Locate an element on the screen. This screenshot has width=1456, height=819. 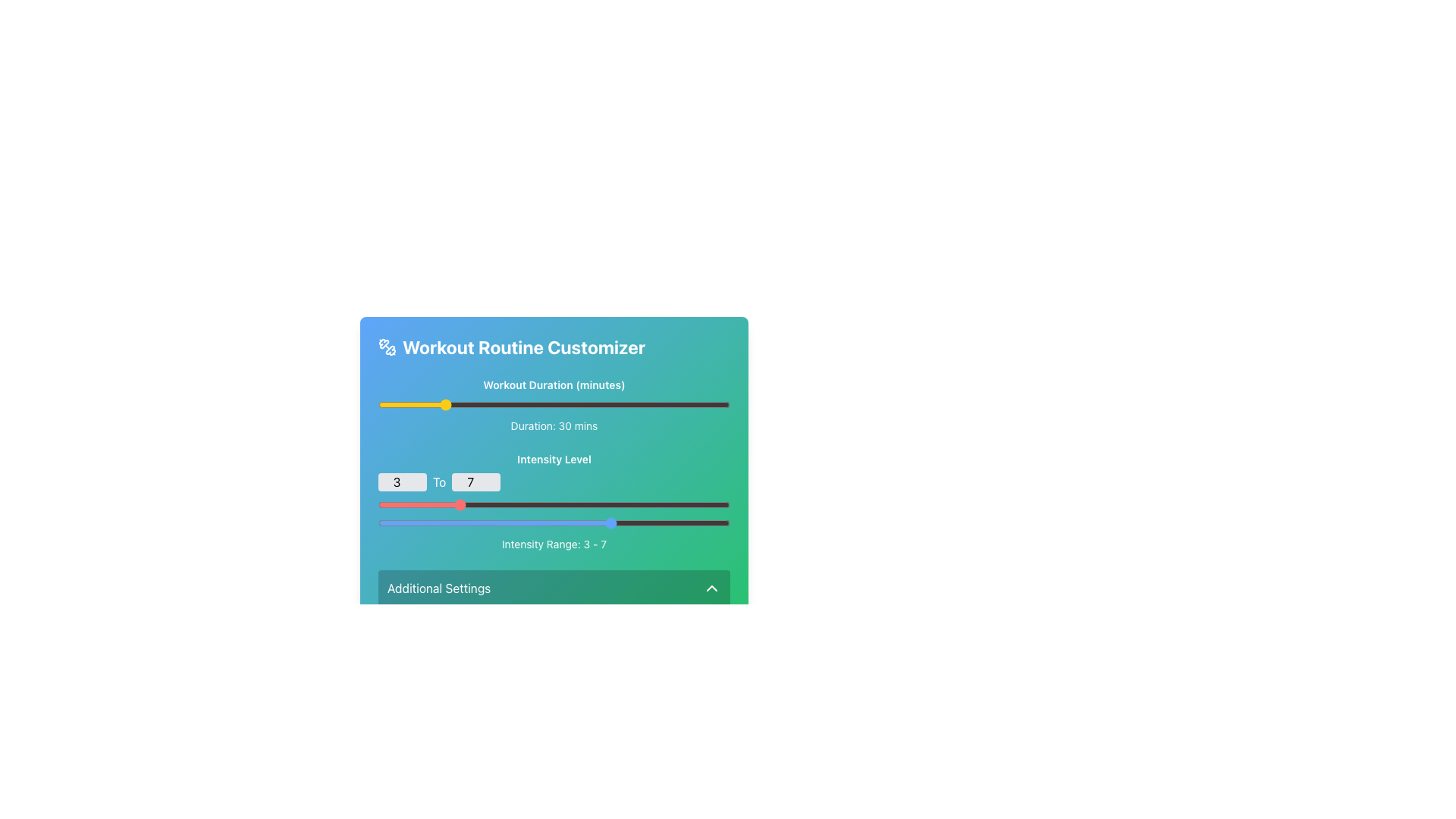
the intensity value is located at coordinates (417, 522).